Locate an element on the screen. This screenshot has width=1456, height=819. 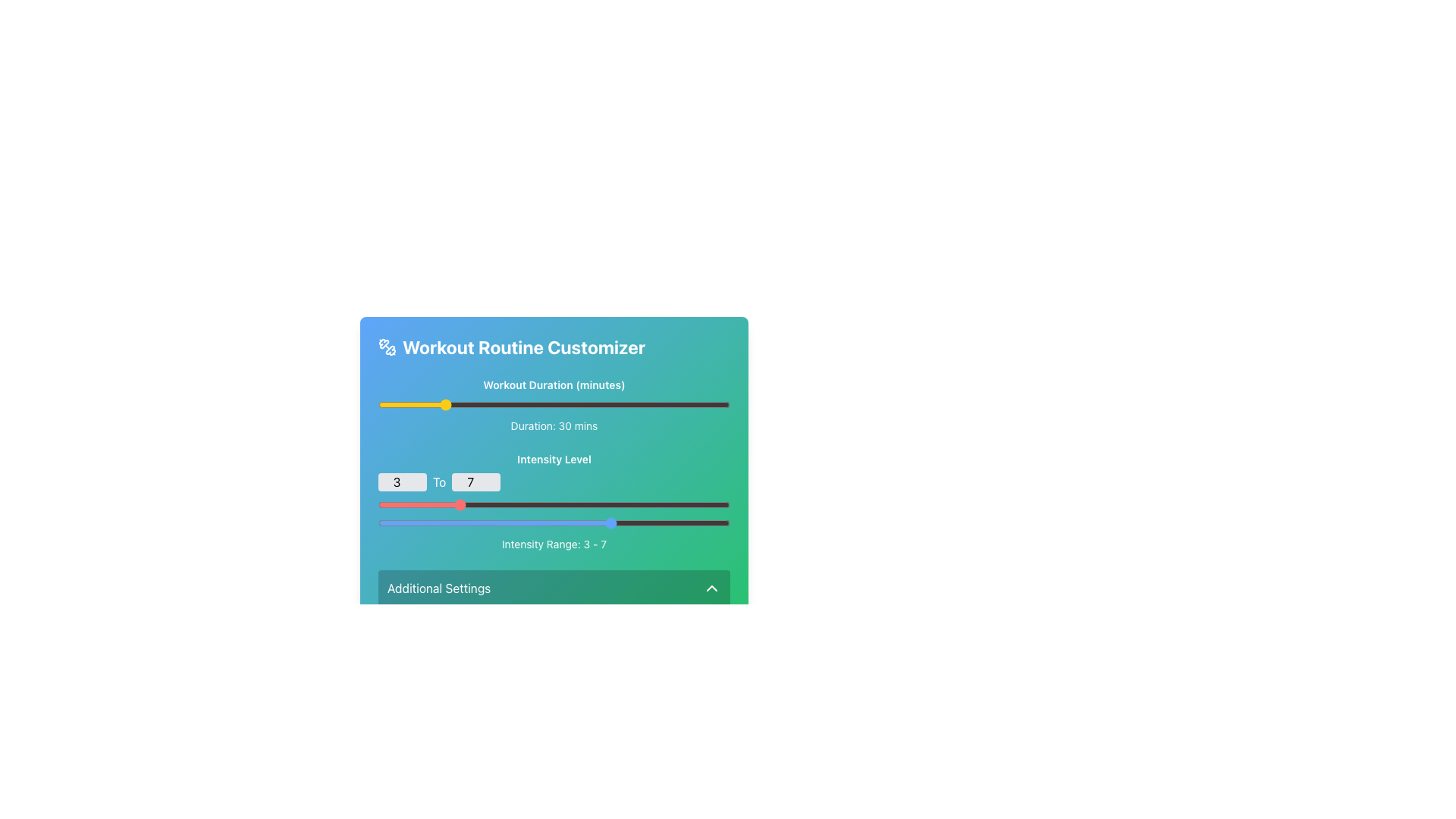
the intensity value is located at coordinates (417, 522).